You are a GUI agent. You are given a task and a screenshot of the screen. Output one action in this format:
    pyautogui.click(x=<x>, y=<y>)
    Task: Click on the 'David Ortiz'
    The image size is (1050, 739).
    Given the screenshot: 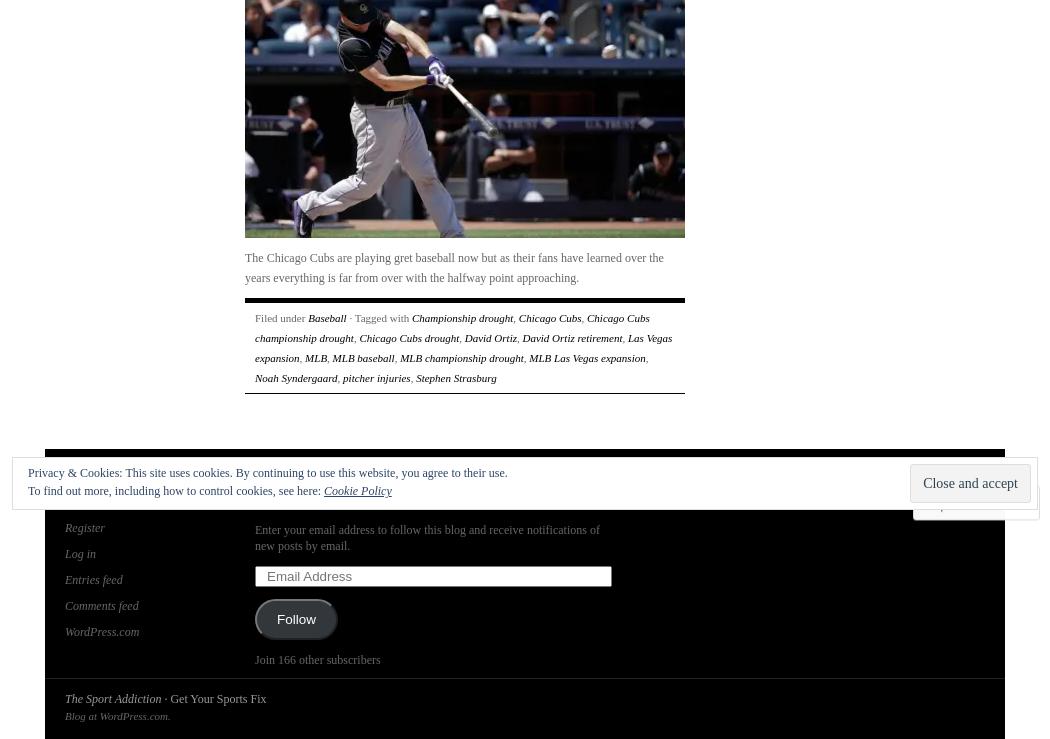 What is the action you would take?
    pyautogui.click(x=489, y=337)
    